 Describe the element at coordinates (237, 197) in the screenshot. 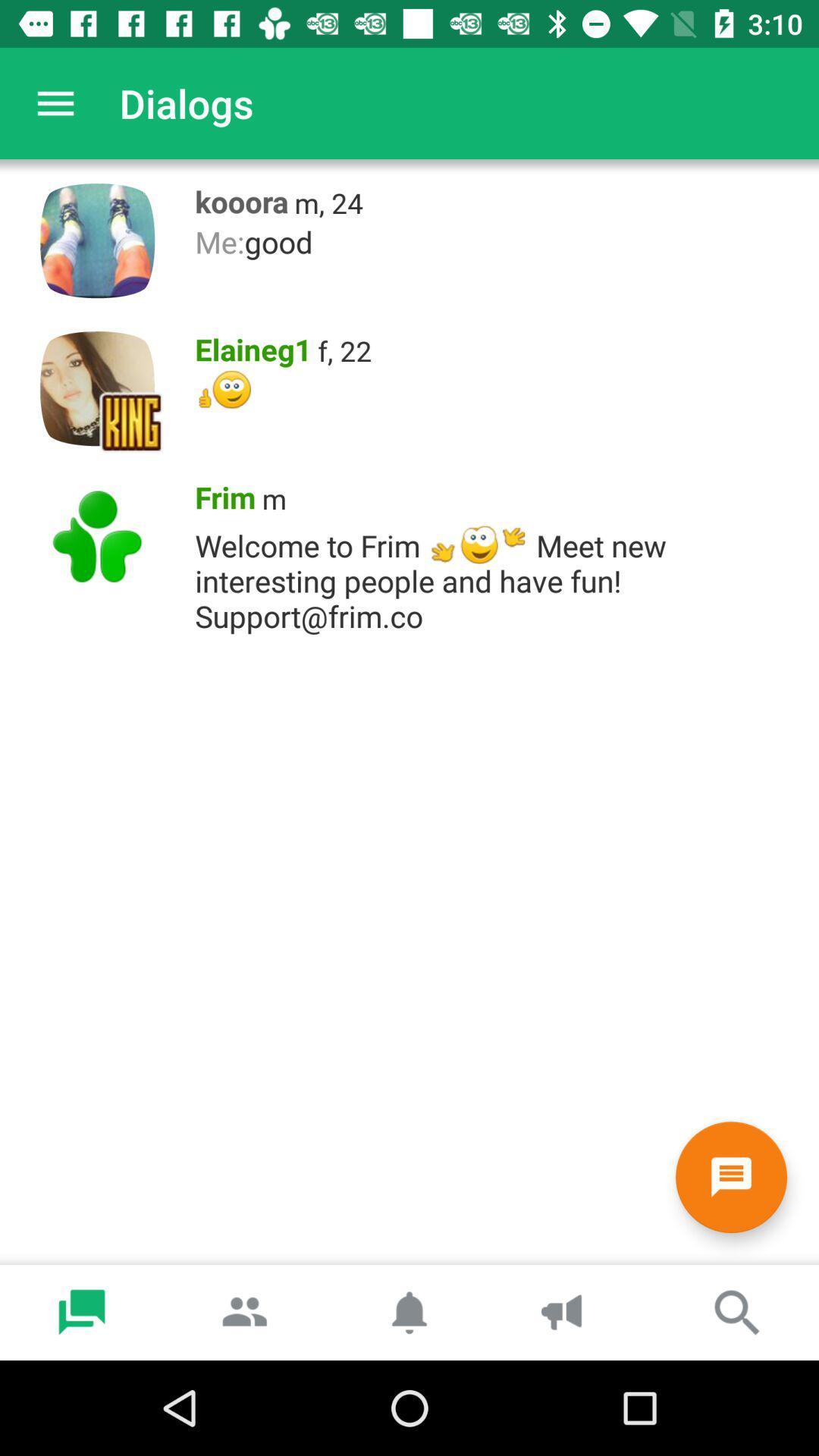

I see `kooora icon` at that location.